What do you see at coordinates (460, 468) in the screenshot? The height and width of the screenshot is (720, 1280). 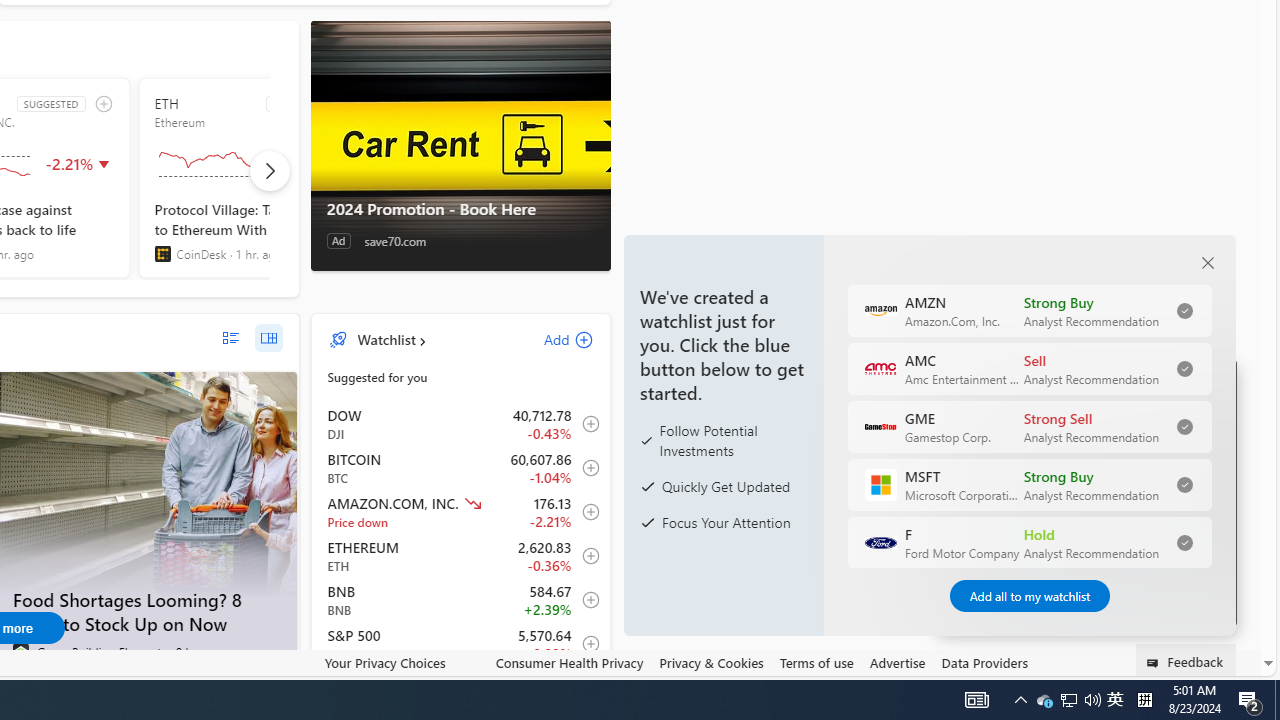 I see `'BTC Bitcoin decrease 60,607.86 -629.74 -1.04% item1'` at bounding box center [460, 468].